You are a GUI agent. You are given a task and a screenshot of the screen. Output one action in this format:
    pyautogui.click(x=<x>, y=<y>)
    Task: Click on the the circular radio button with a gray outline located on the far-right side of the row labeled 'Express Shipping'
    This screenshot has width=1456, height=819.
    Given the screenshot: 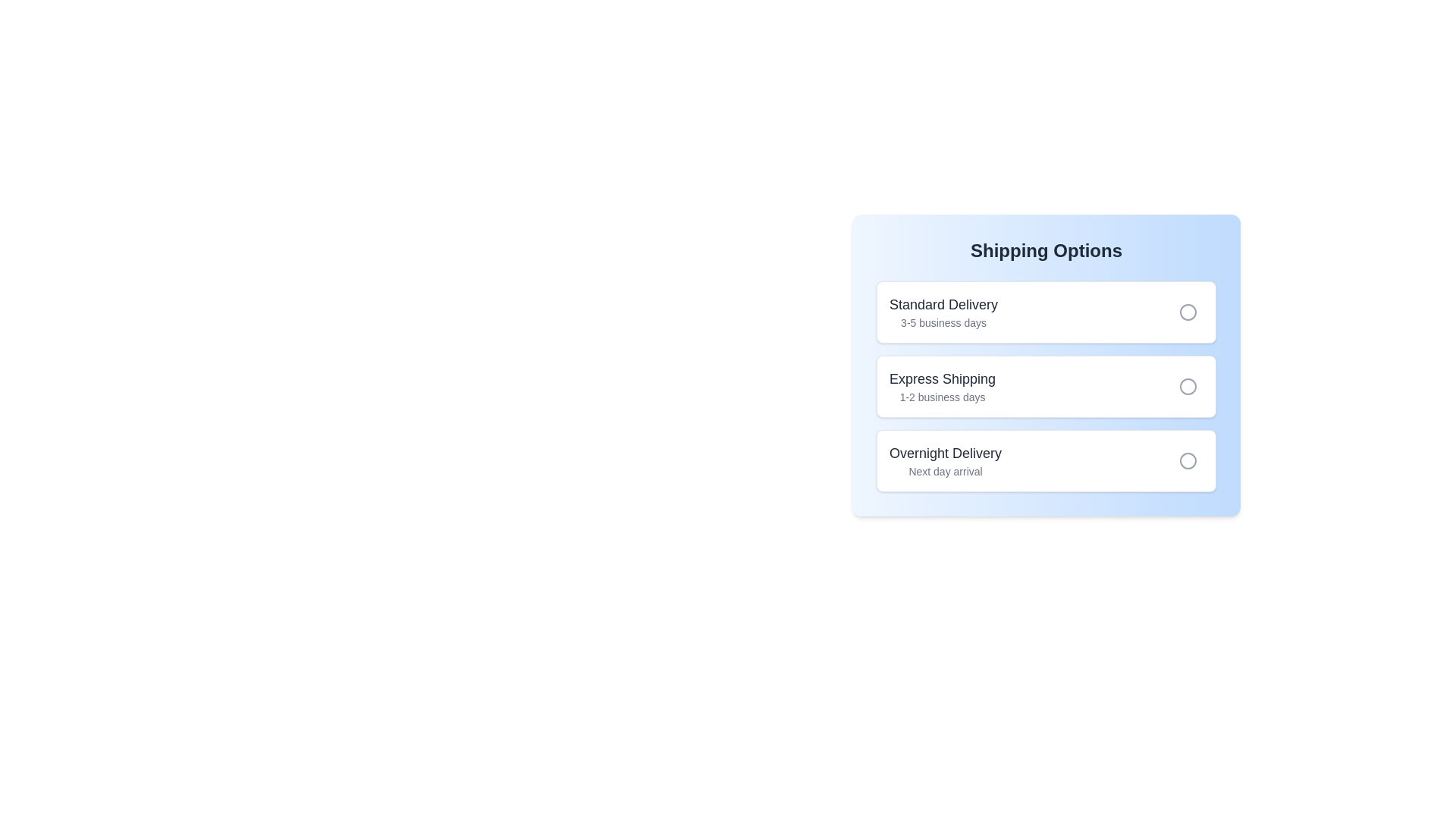 What is the action you would take?
    pyautogui.click(x=1187, y=385)
    